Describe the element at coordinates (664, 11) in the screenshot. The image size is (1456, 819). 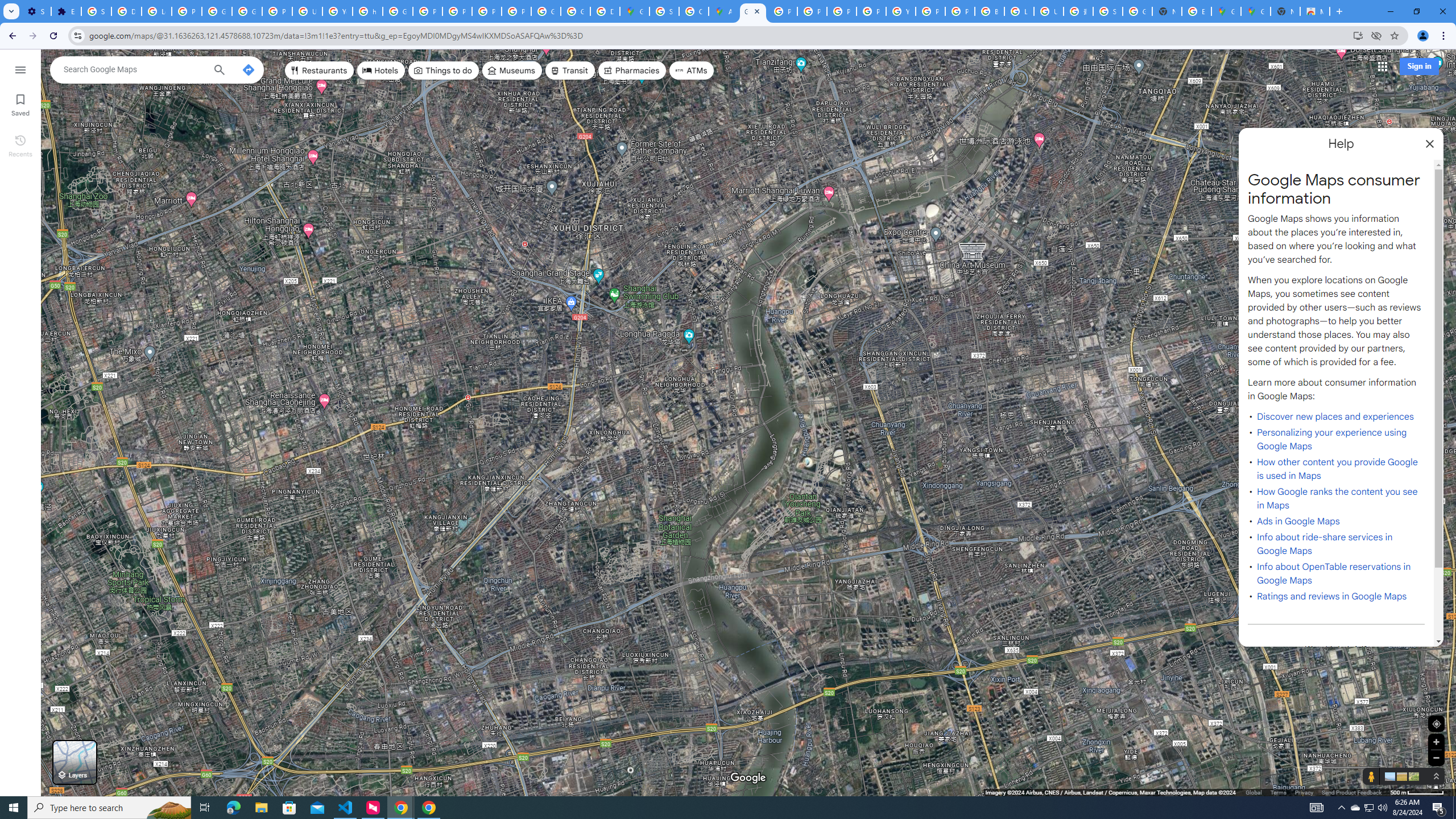
I see `'Sign in - Google Accounts'` at that location.